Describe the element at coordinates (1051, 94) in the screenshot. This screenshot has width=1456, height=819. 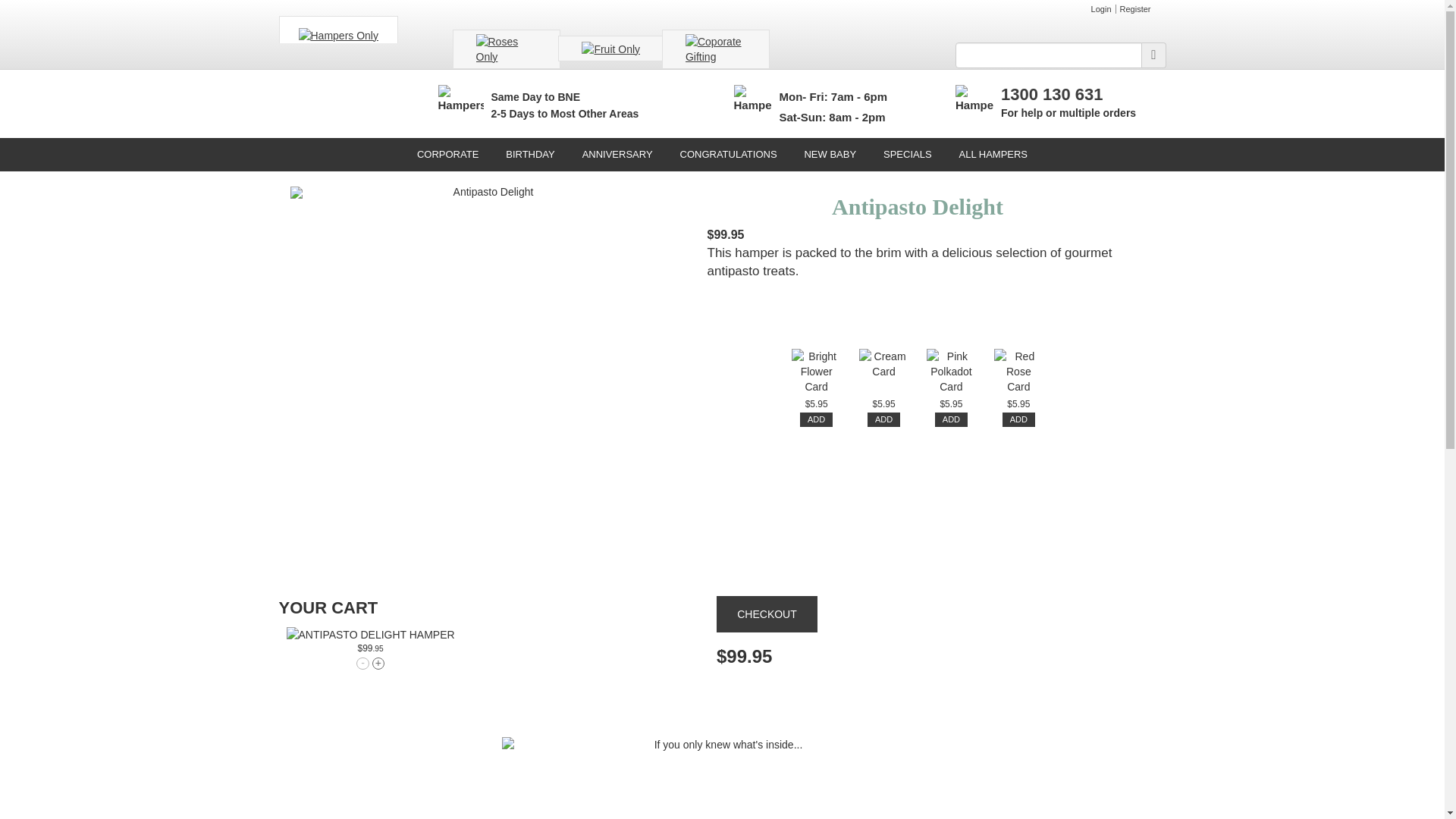
I see `'1300 130 631'` at that location.